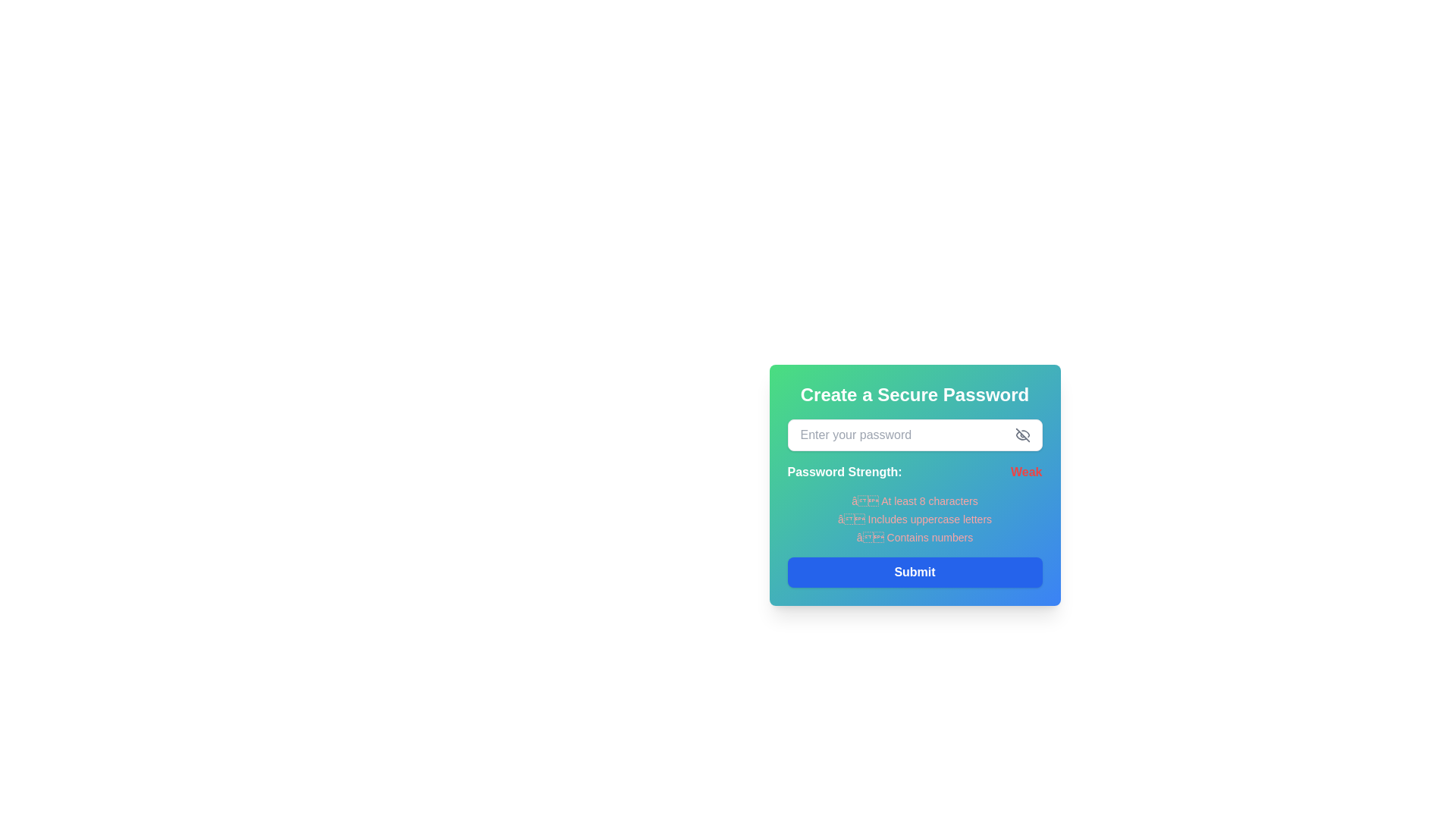 This screenshot has width=1456, height=819. What do you see at coordinates (914, 540) in the screenshot?
I see `the informational text block that provides feedback on password strength, located below the title 'Create a Secure Password' and above the 'Submit' button` at bounding box center [914, 540].